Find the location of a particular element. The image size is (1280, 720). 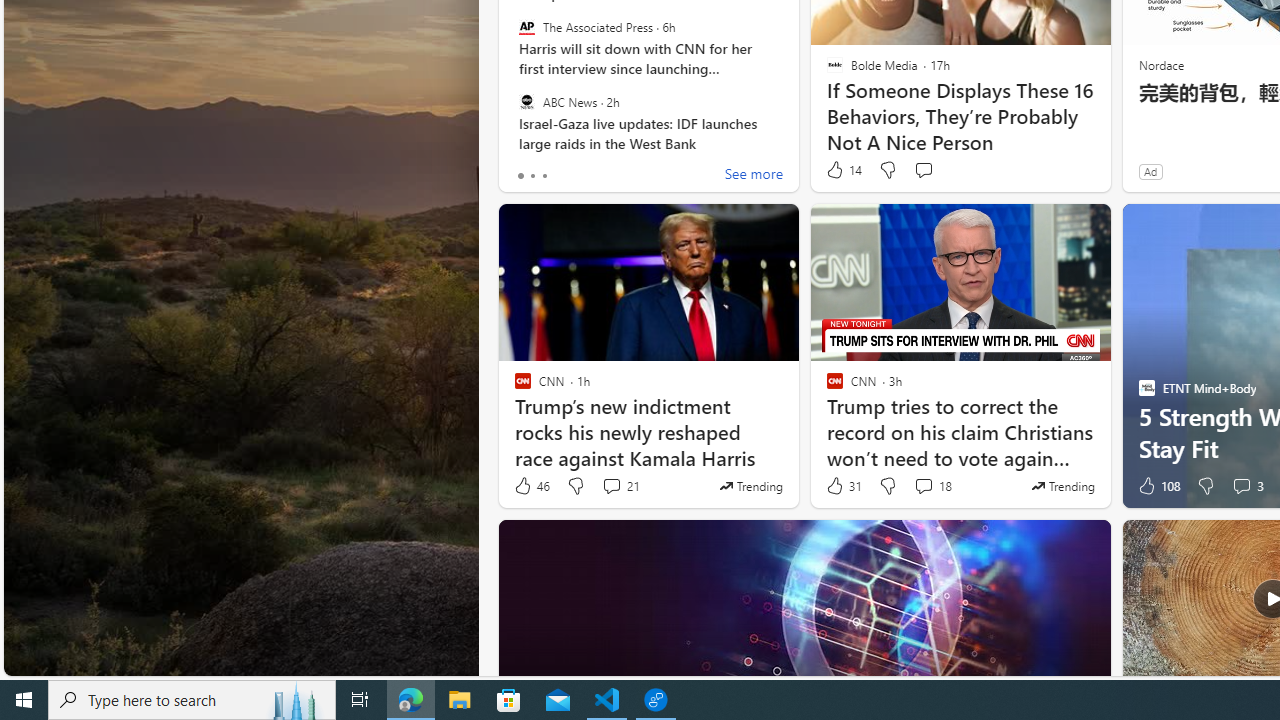

'ABC News' is located at coordinates (526, 101).